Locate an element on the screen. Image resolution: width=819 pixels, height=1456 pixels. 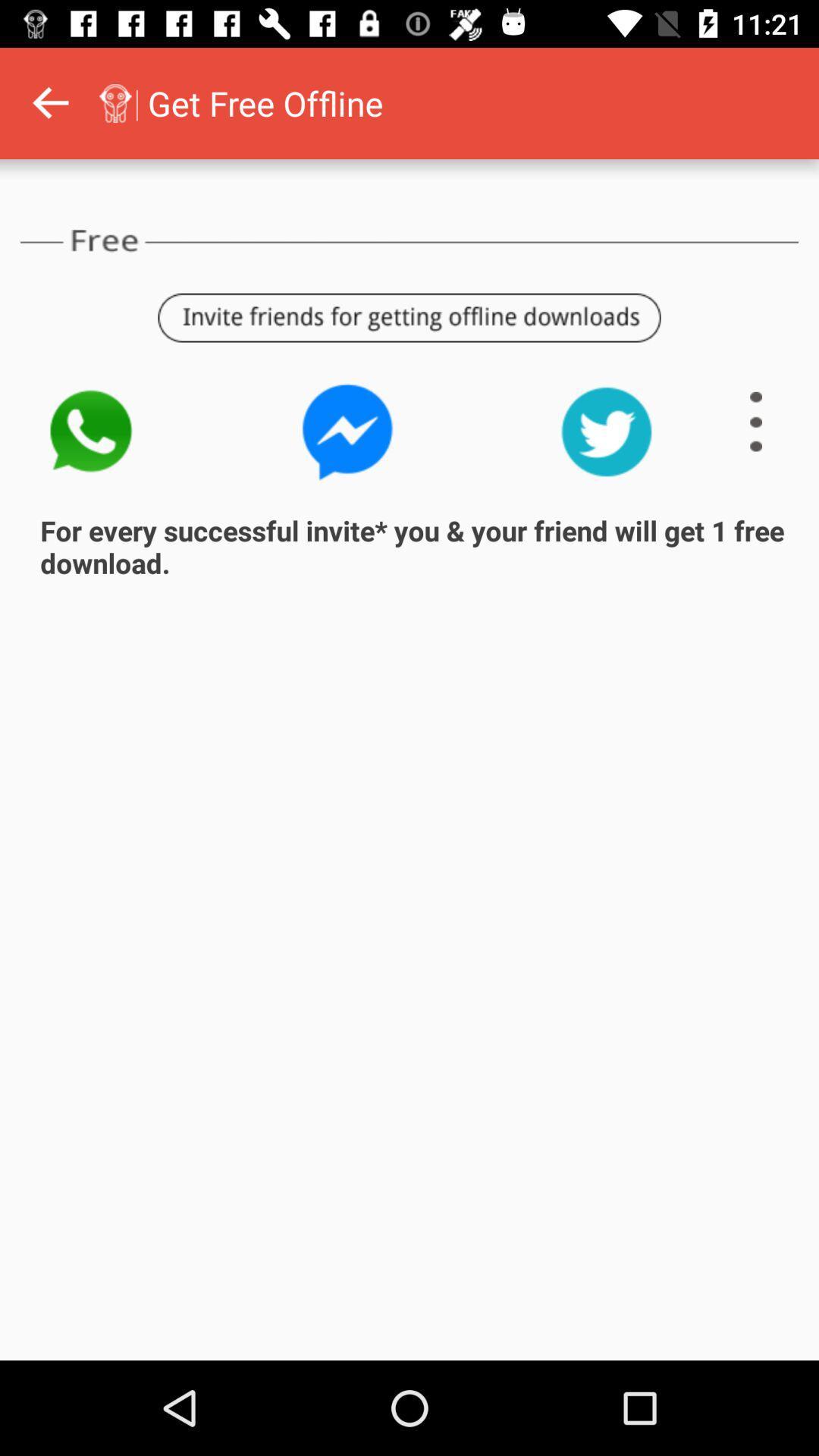
the twitter icon is located at coordinates (606, 431).